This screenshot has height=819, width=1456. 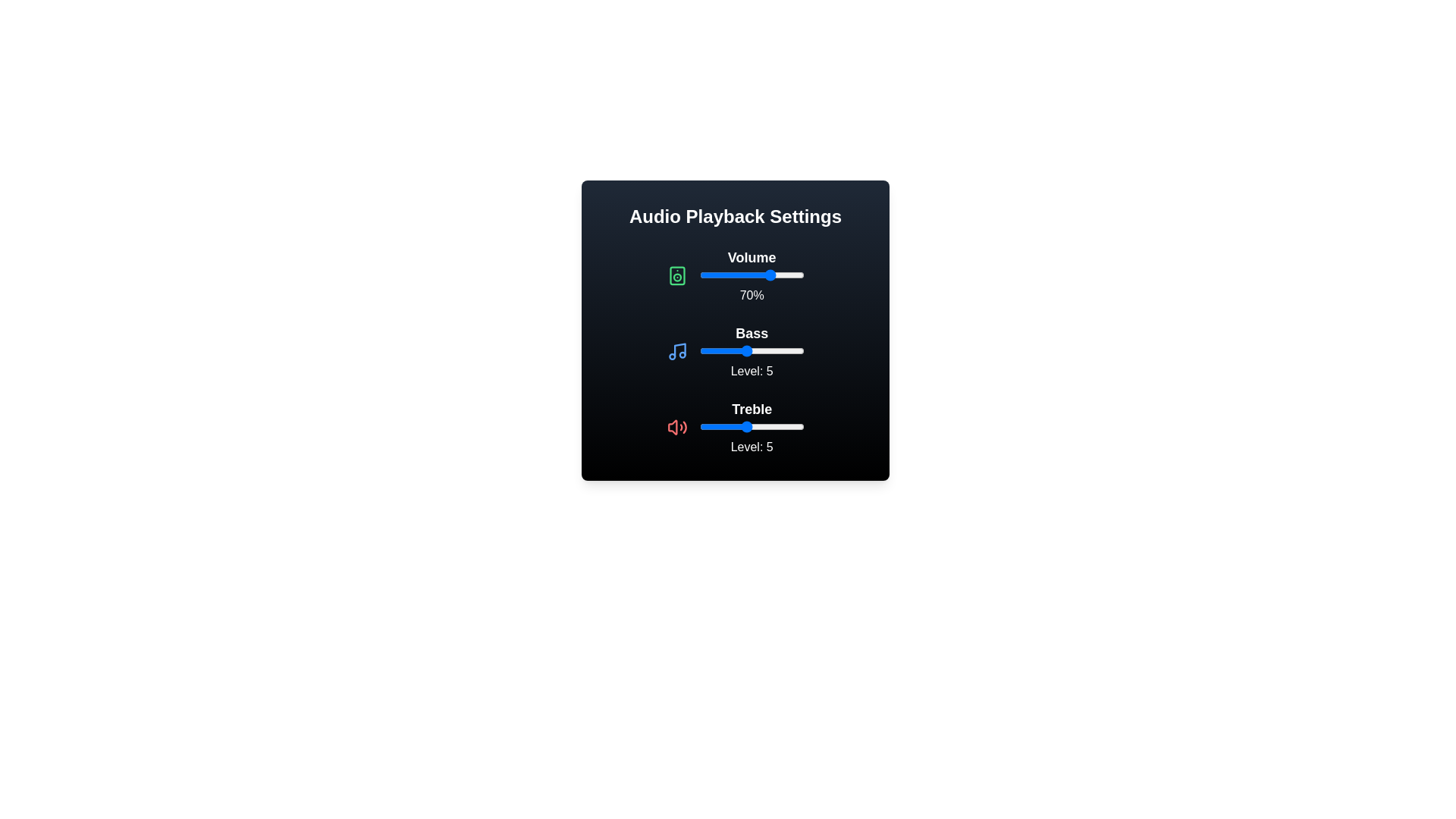 What do you see at coordinates (780, 427) in the screenshot?
I see `treble level` at bounding box center [780, 427].